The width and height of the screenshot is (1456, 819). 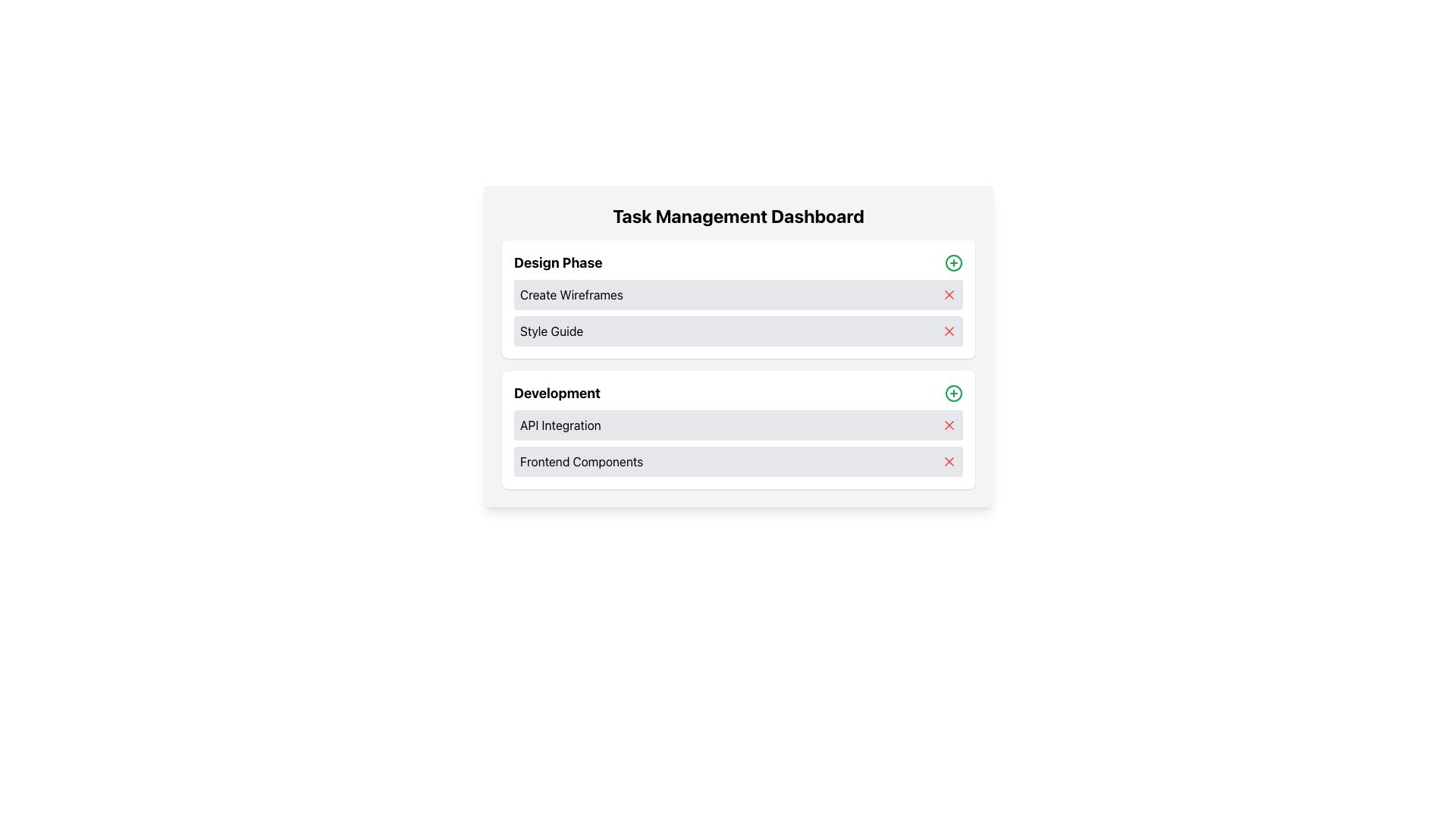 I want to click on the header text 'Task Management Dashboard' which is prominently styled in black bold and centered in the upper part of the panel, so click(x=739, y=216).